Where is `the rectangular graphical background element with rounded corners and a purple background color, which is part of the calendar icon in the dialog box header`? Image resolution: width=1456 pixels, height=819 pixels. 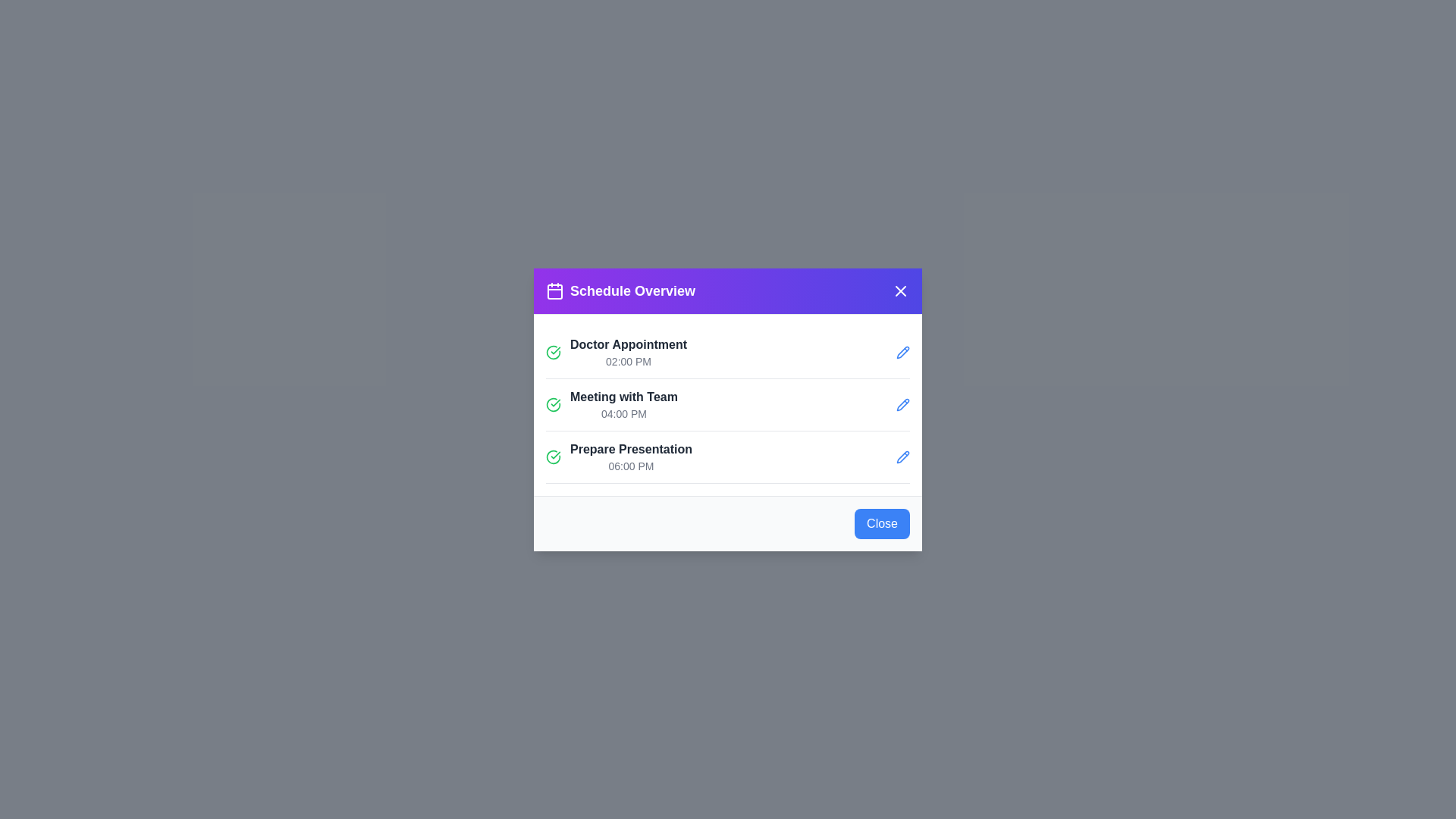
the rectangular graphical background element with rounded corners and a purple background color, which is part of the calendar icon in the dialog box header is located at coordinates (554, 291).